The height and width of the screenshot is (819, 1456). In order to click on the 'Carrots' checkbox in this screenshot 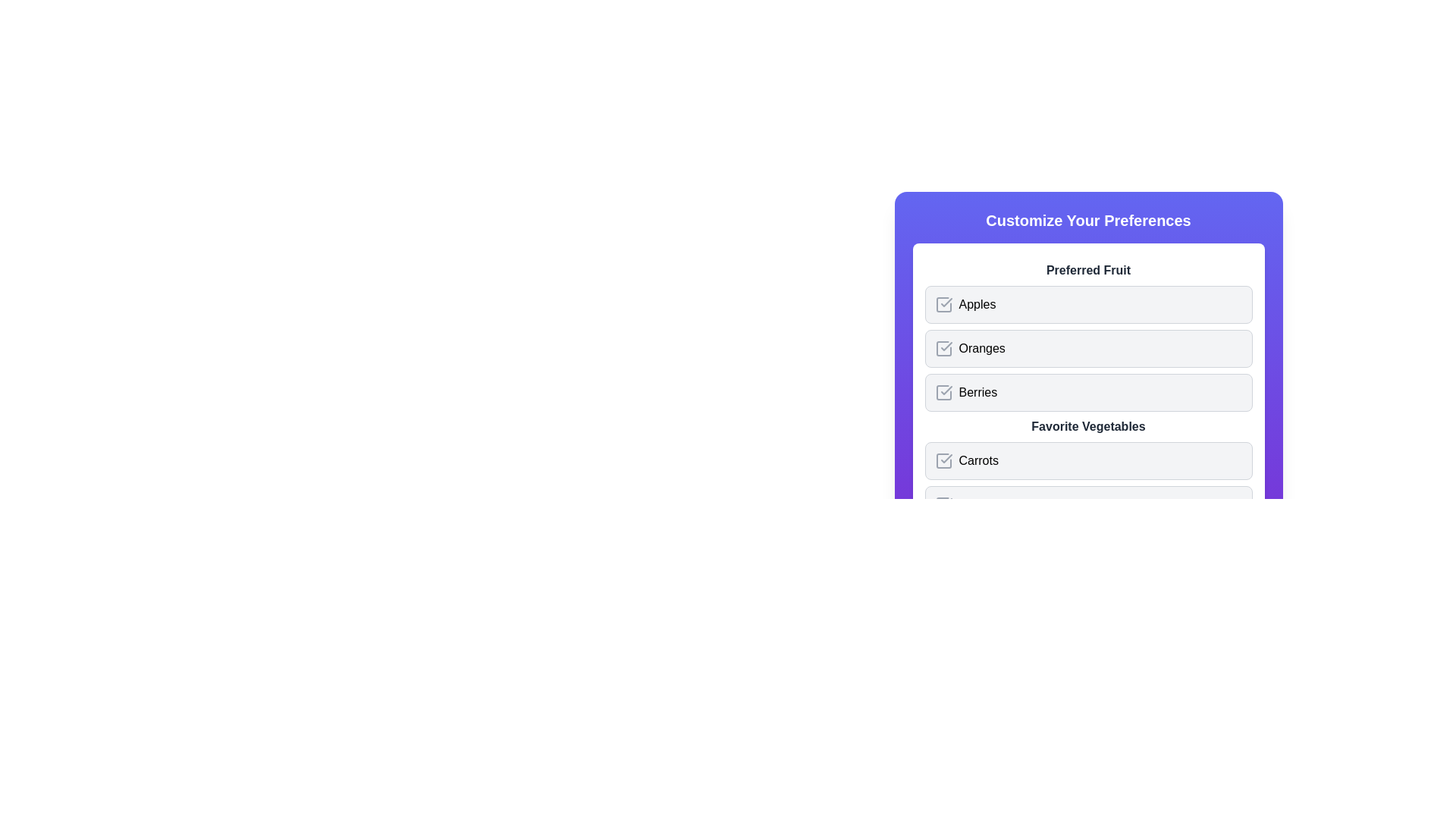, I will do `click(942, 460)`.